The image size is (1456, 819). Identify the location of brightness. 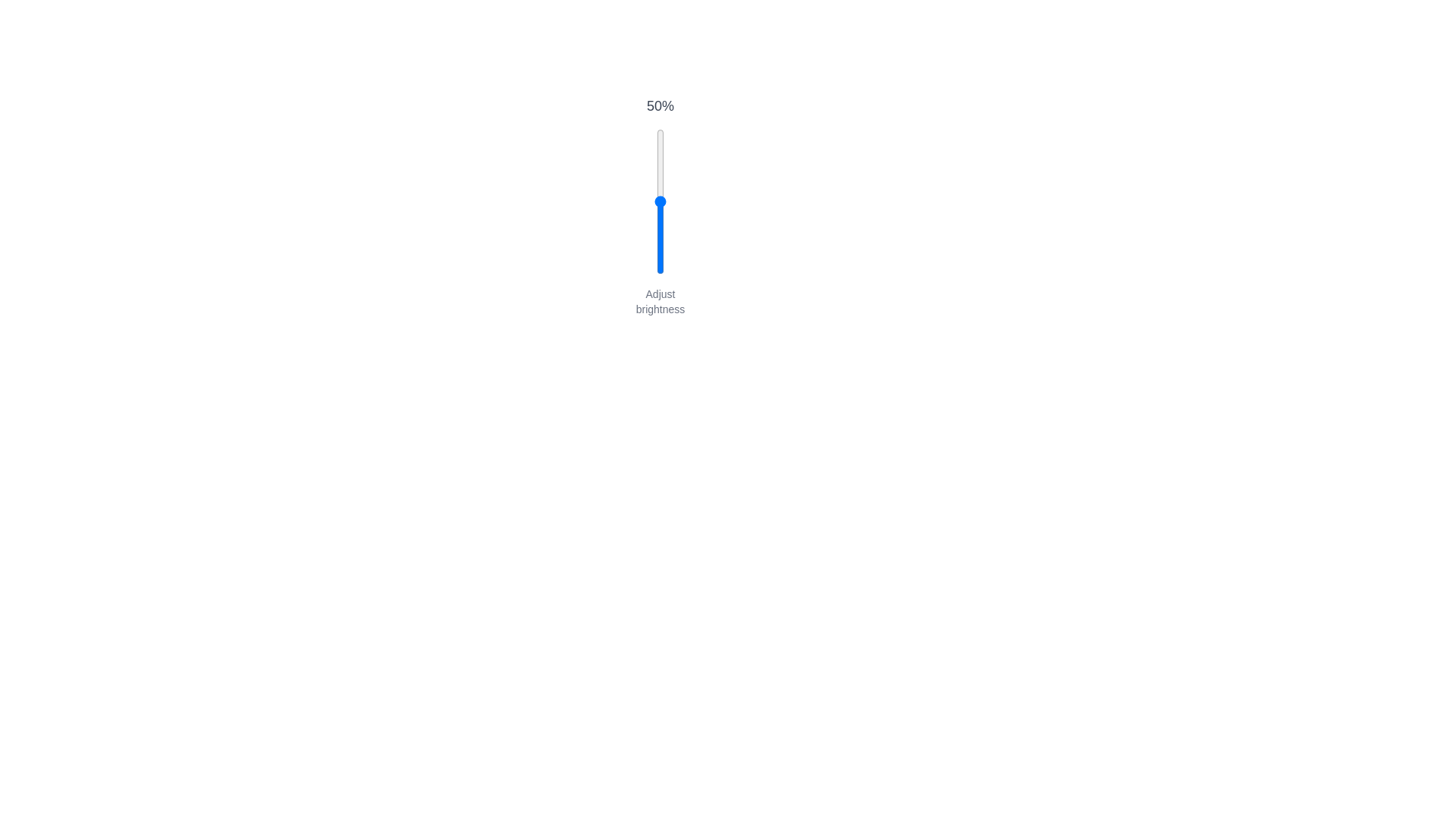
(660, 164).